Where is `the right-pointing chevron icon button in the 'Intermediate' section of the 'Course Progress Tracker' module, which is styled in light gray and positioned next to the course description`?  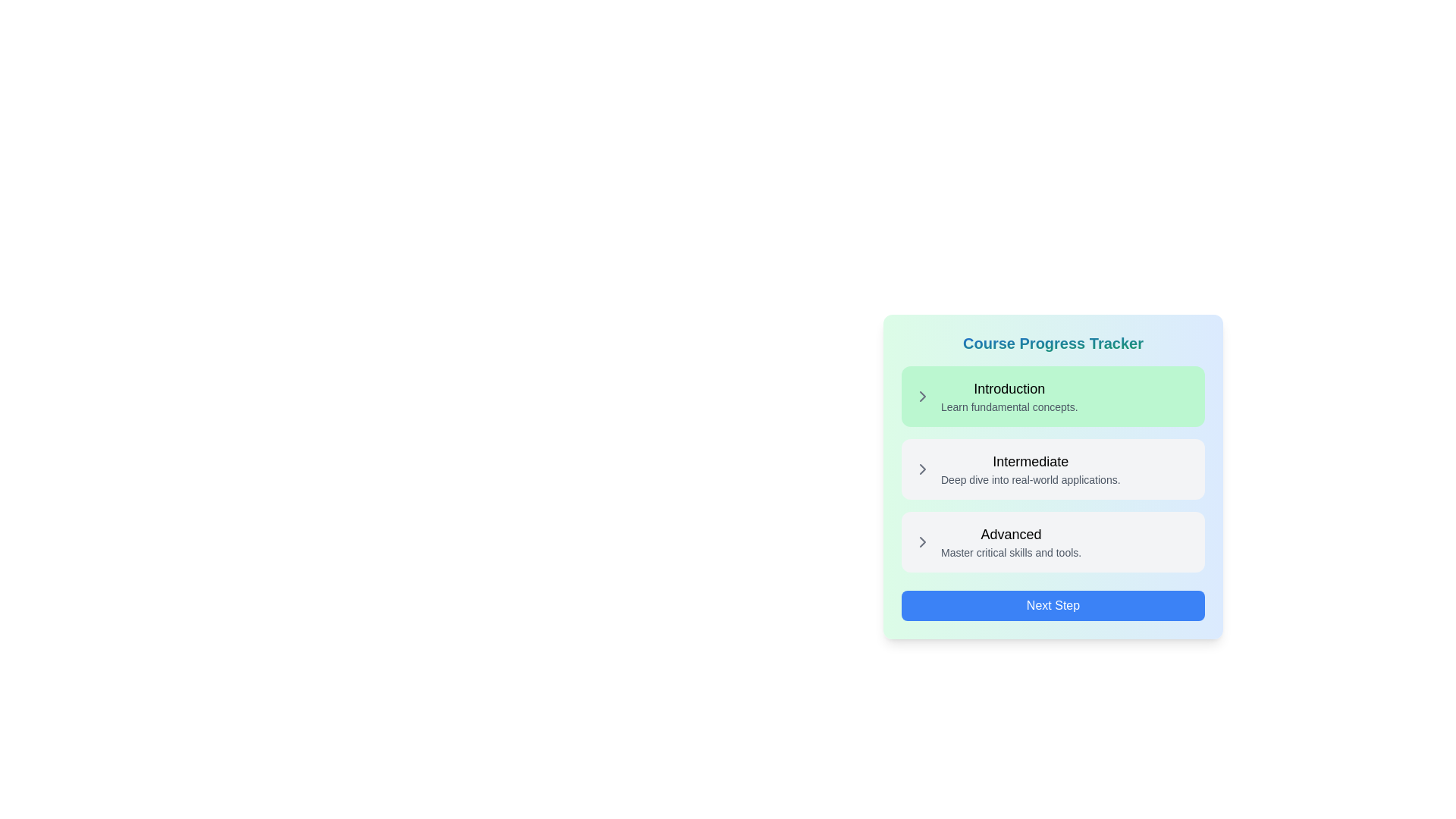 the right-pointing chevron icon button in the 'Intermediate' section of the 'Course Progress Tracker' module, which is styled in light gray and positioned next to the course description is located at coordinates (922, 468).